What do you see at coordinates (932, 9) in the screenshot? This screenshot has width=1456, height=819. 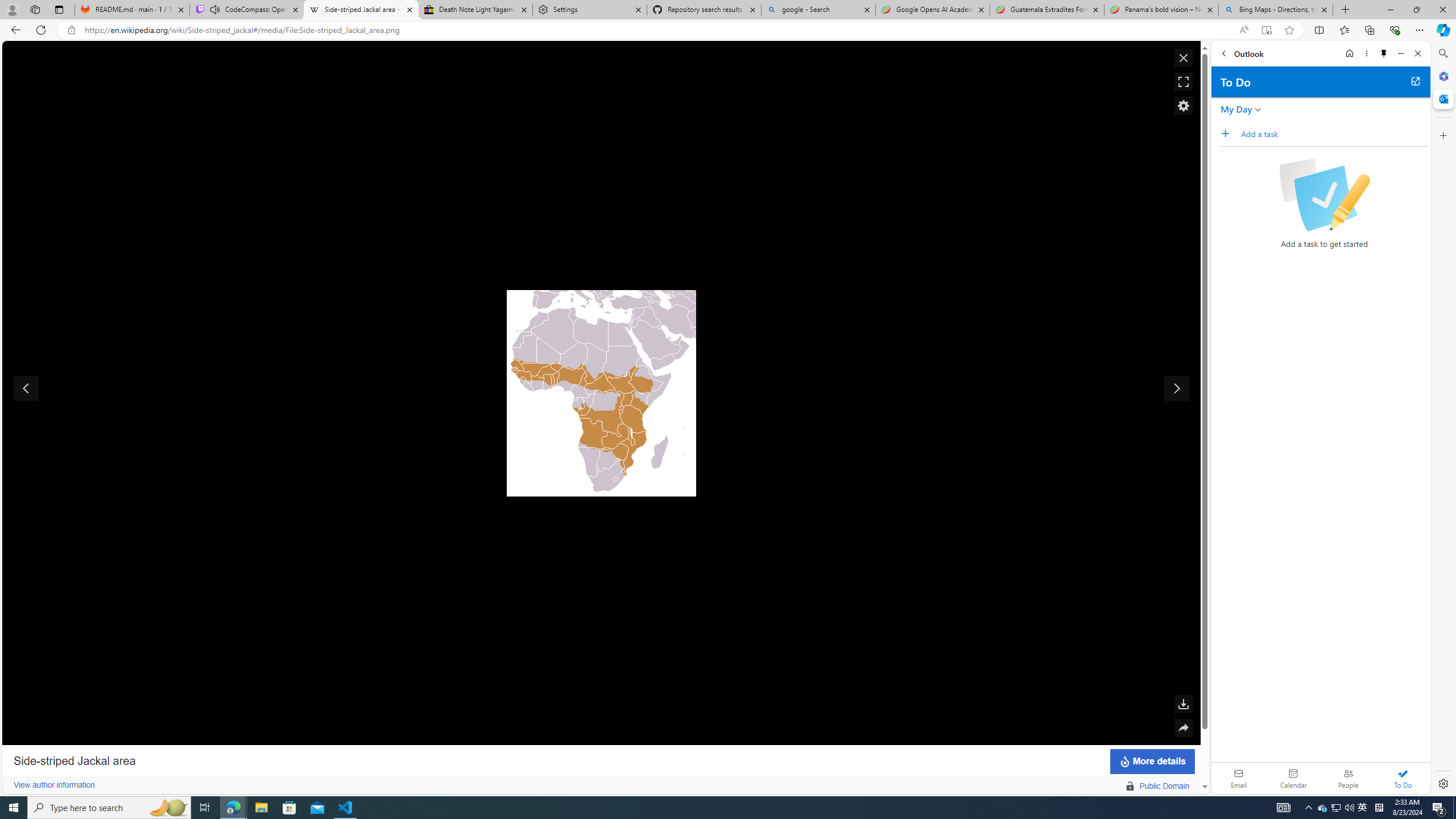 I see `'Google Opens AI Academy for Startups - Nearshore Americas'` at bounding box center [932, 9].